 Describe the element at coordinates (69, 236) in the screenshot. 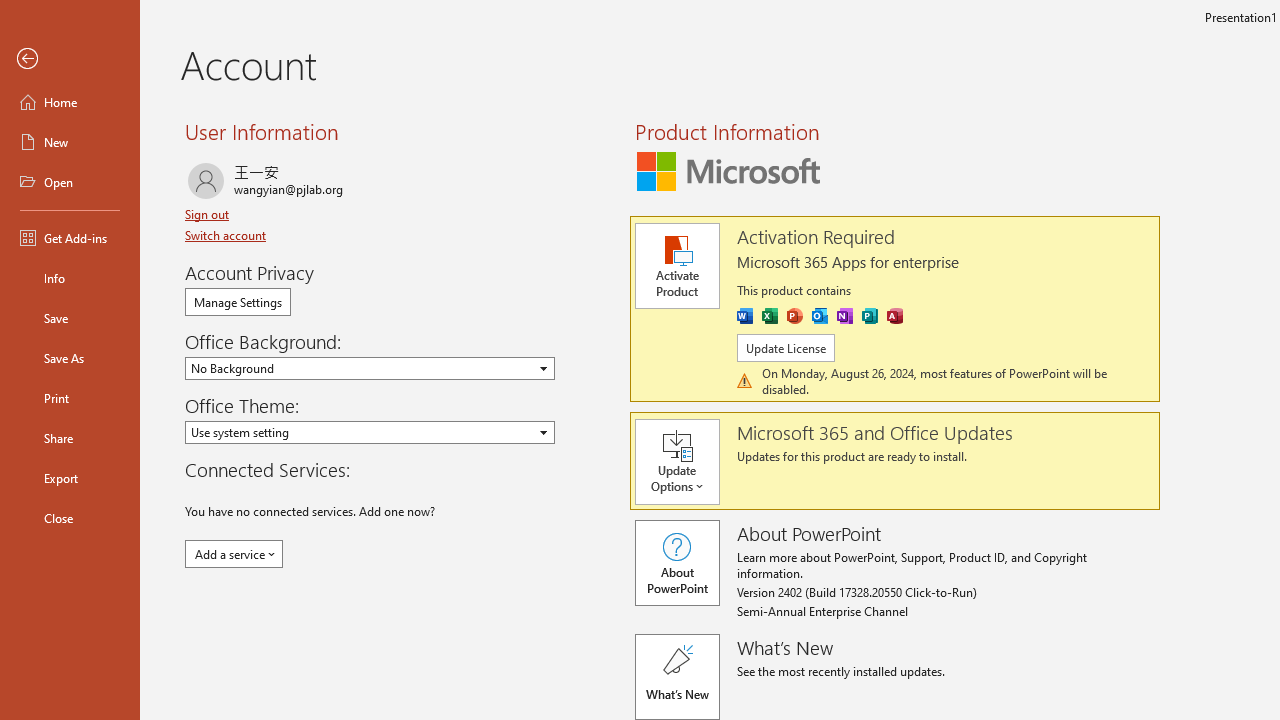

I see `'Get Add-ins'` at that location.